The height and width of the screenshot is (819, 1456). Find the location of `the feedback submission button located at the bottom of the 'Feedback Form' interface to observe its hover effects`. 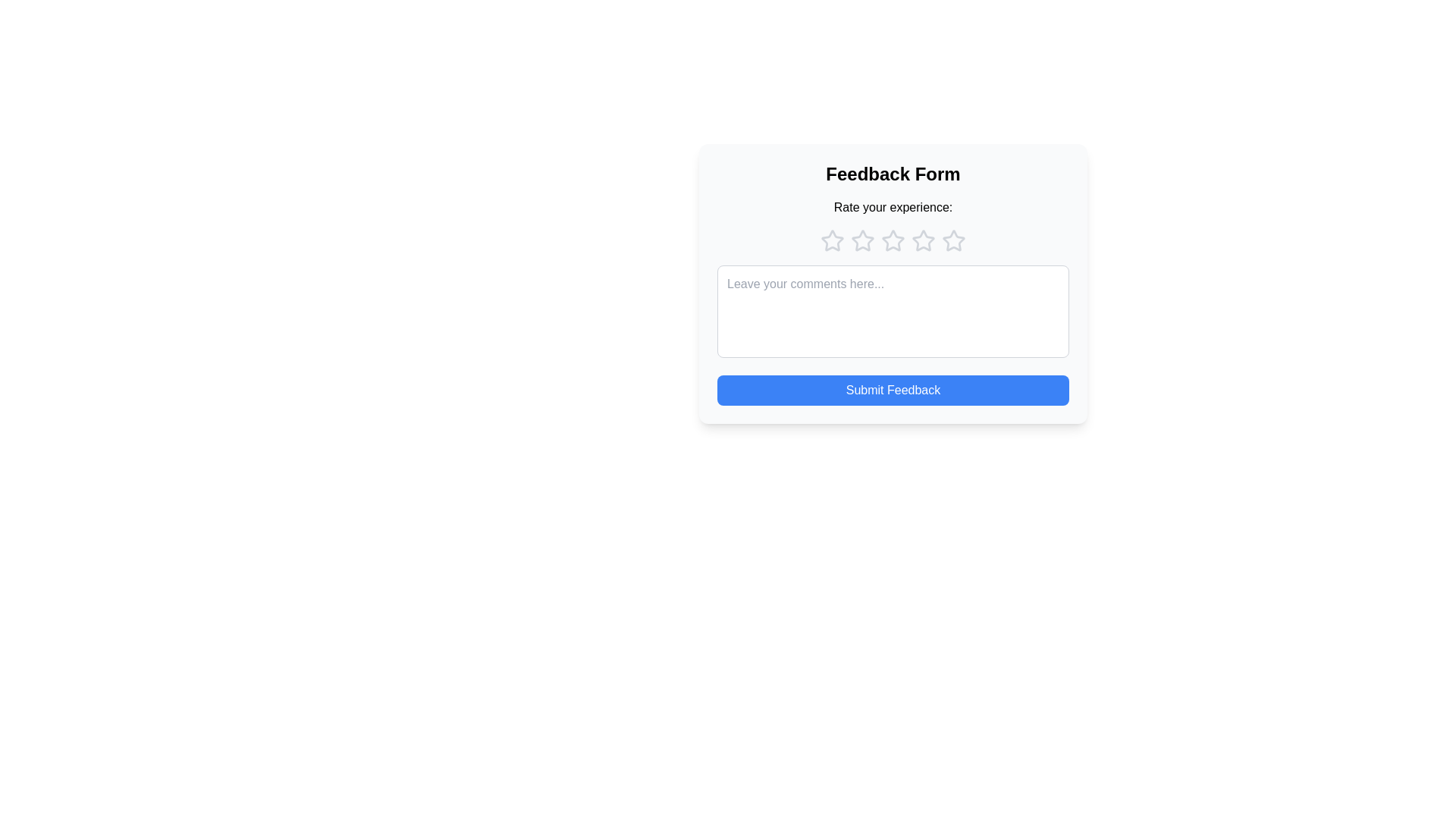

the feedback submission button located at the bottom of the 'Feedback Form' interface to observe its hover effects is located at coordinates (893, 390).